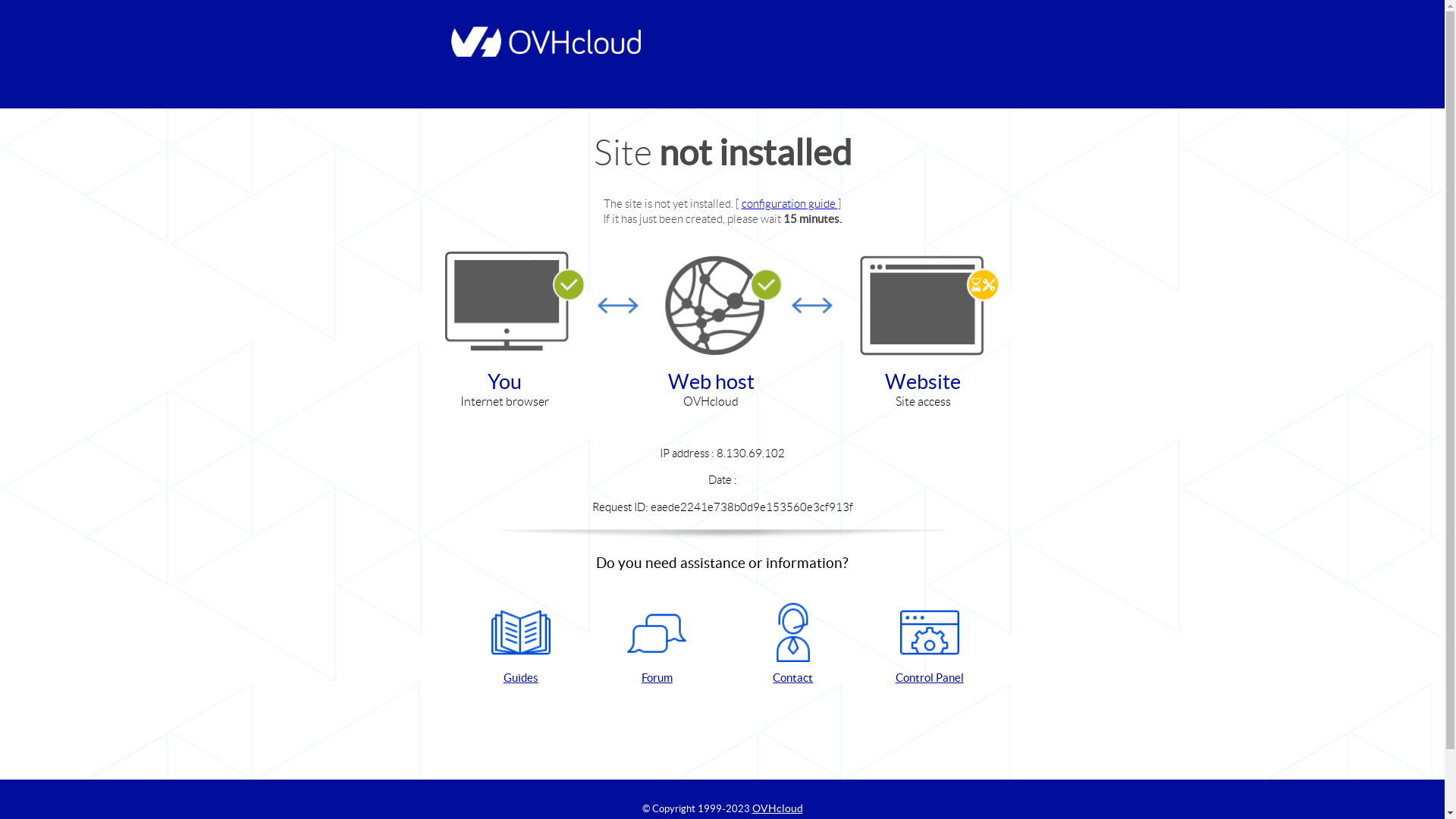  I want to click on 'configuration guide', so click(789, 202).